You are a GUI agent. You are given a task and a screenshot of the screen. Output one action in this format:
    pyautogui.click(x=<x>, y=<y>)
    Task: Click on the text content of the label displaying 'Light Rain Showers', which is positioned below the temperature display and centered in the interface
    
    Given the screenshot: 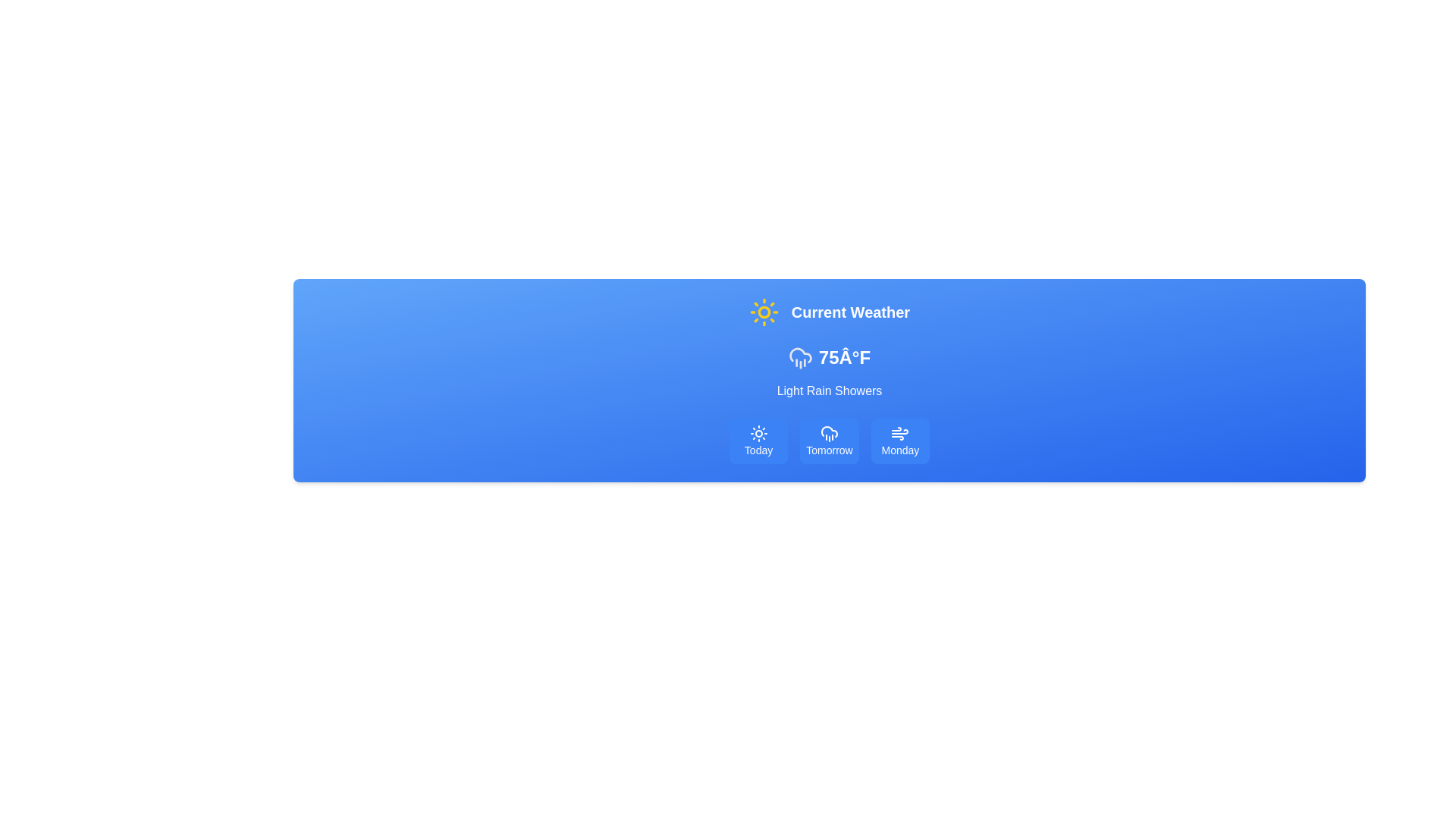 What is the action you would take?
    pyautogui.click(x=829, y=391)
    